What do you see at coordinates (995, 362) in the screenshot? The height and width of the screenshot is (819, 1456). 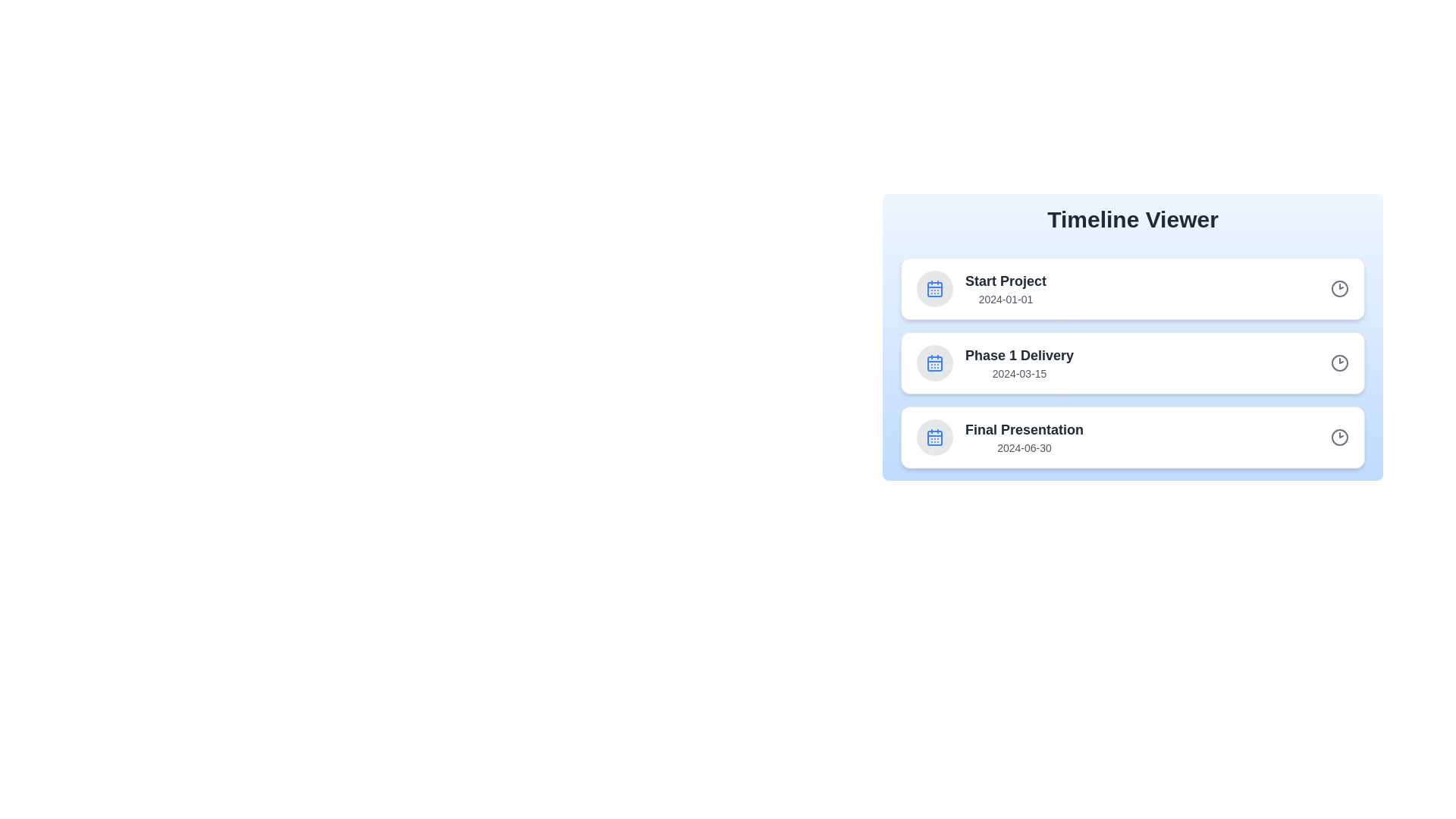 I see `the timeline event item for 'Phase 1 Delivery'` at bounding box center [995, 362].